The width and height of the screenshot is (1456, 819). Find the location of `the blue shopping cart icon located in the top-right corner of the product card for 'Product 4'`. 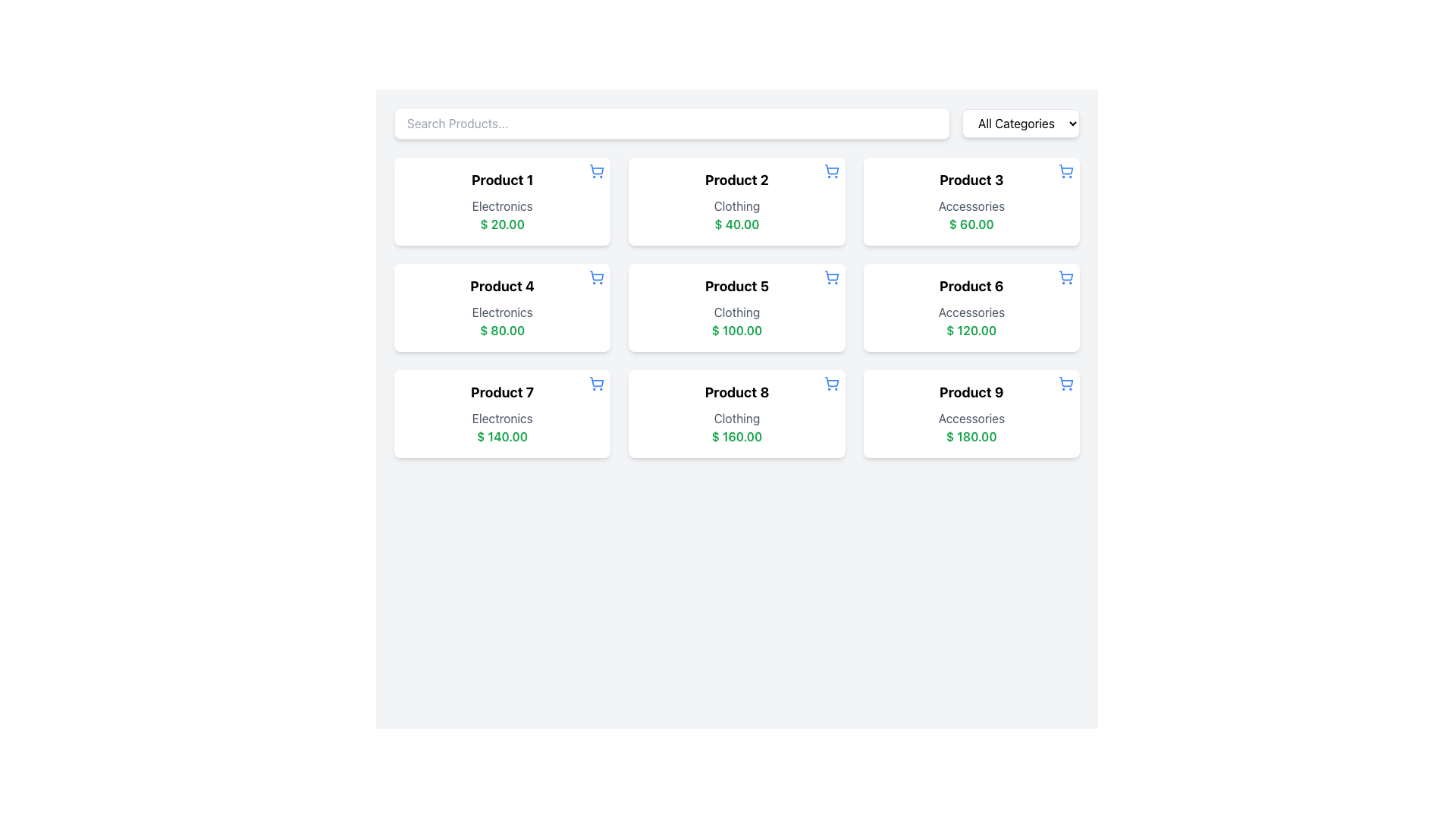

the blue shopping cart icon located in the top-right corner of the product card for 'Product 4' is located at coordinates (596, 278).